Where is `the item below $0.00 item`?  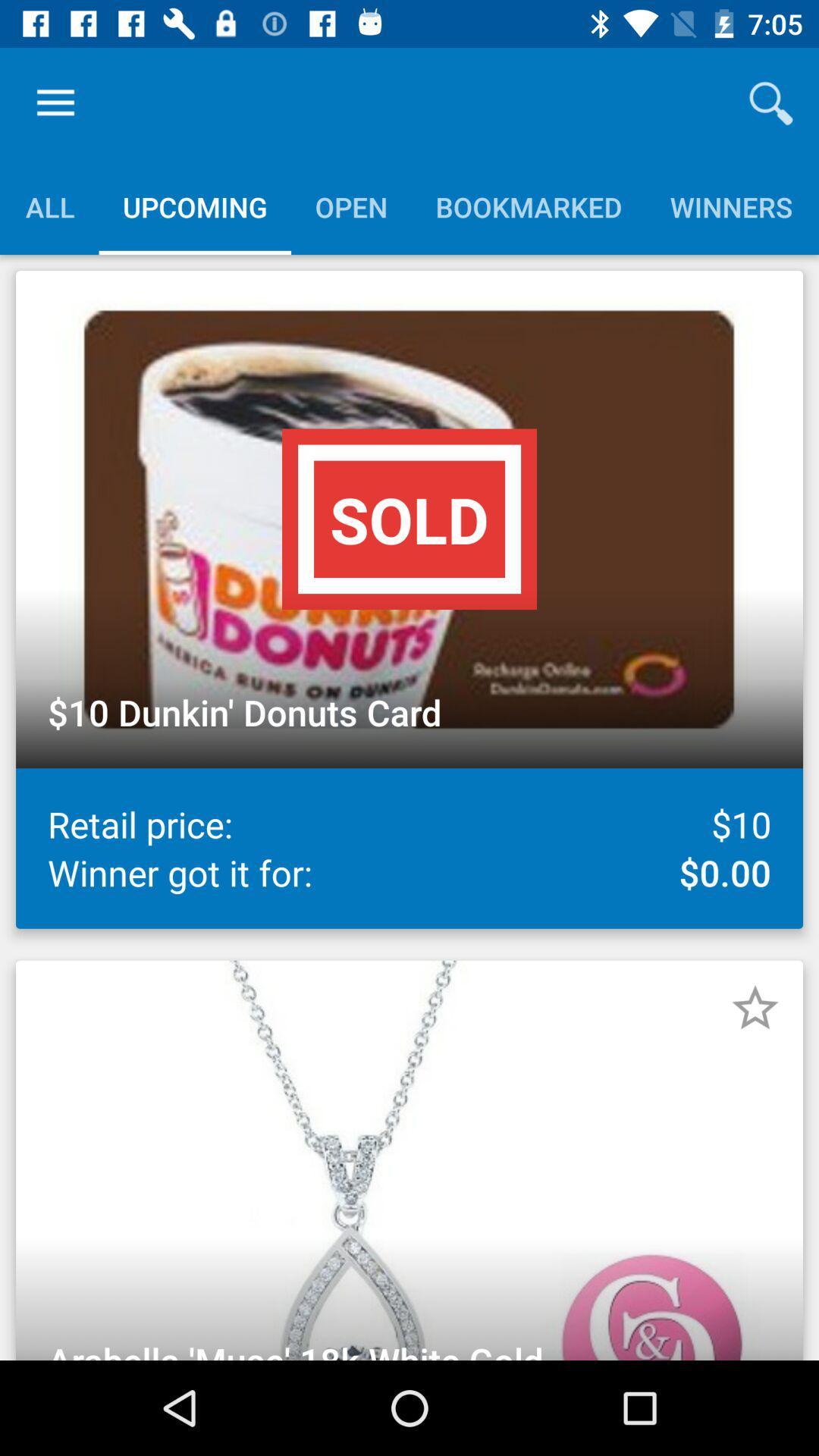 the item below $0.00 item is located at coordinates (755, 1008).